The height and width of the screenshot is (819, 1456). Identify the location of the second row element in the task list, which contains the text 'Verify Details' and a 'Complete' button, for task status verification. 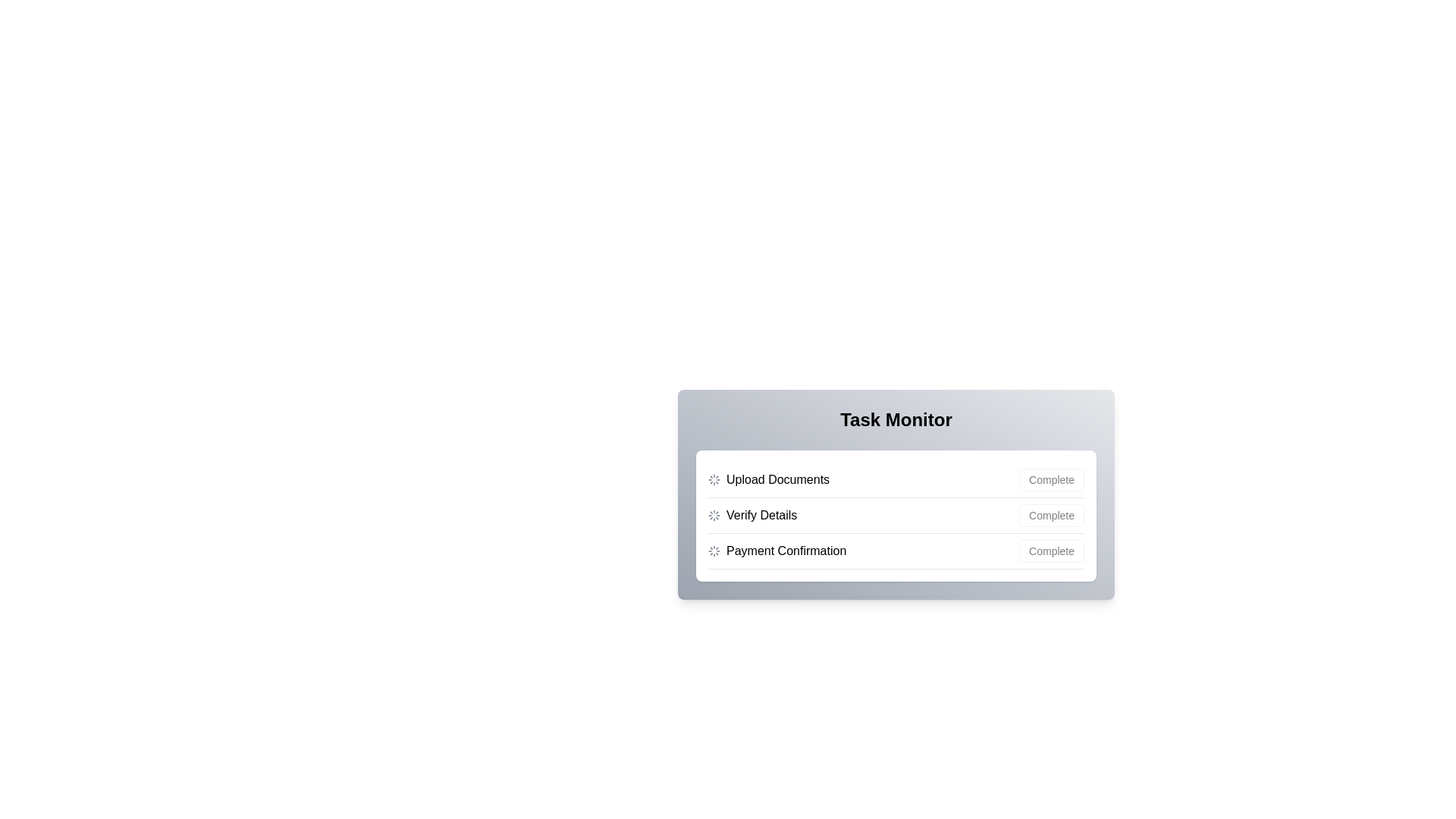
(896, 514).